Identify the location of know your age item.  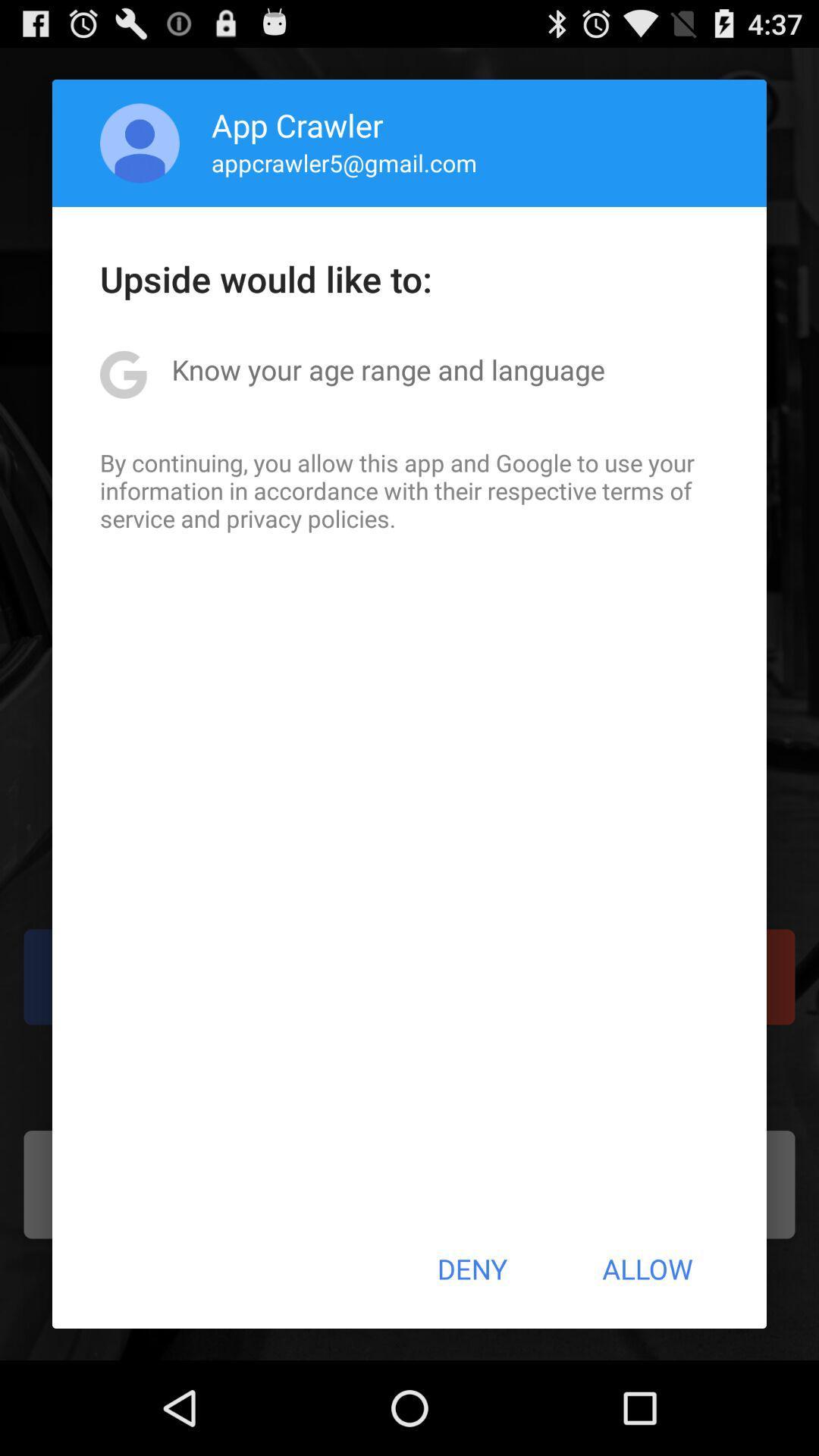
(388, 369).